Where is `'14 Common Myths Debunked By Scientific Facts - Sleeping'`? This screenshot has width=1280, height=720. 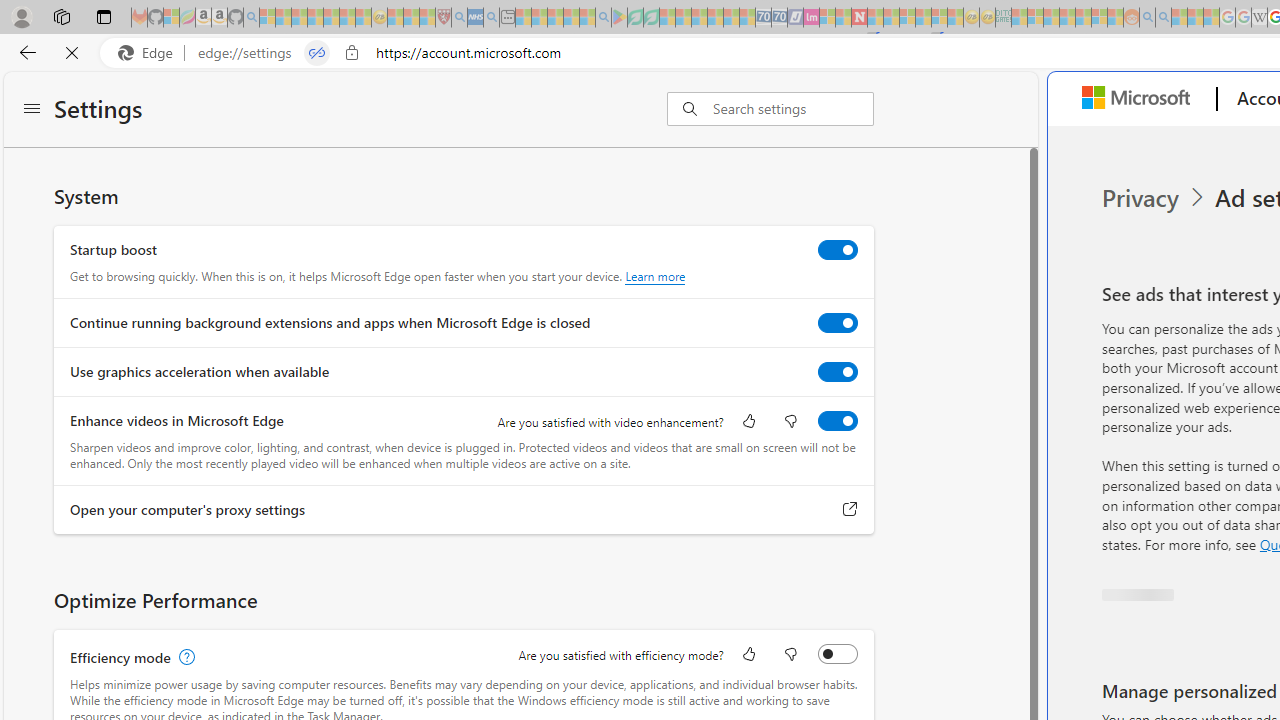
'14 Common Myths Debunked By Scientific Facts - Sleeping' is located at coordinates (890, 17).